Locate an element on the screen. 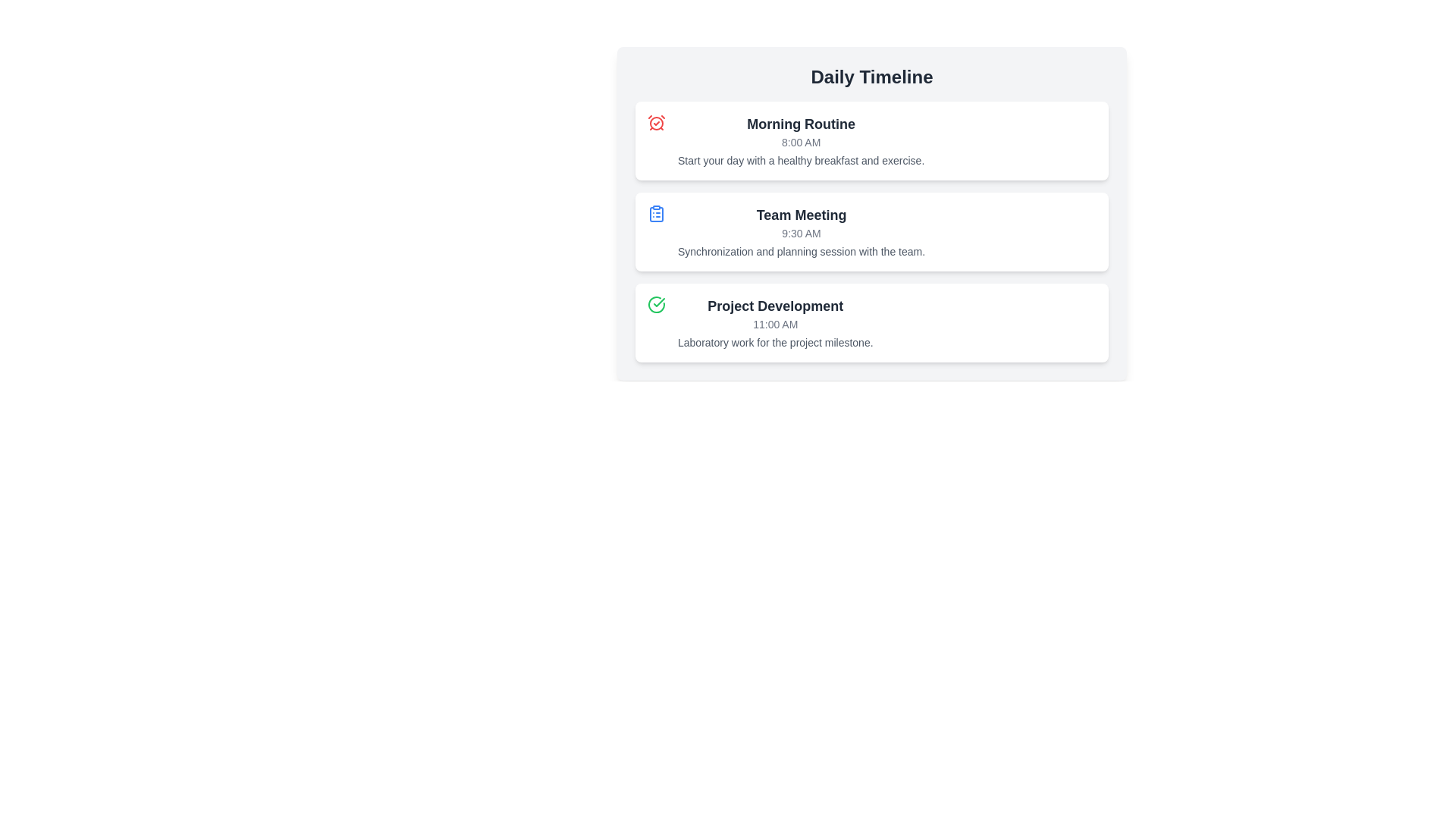 This screenshot has width=1456, height=819. static text element titled 'Project Development', which serves as a heading for the associated time and description of the event details is located at coordinates (775, 306).